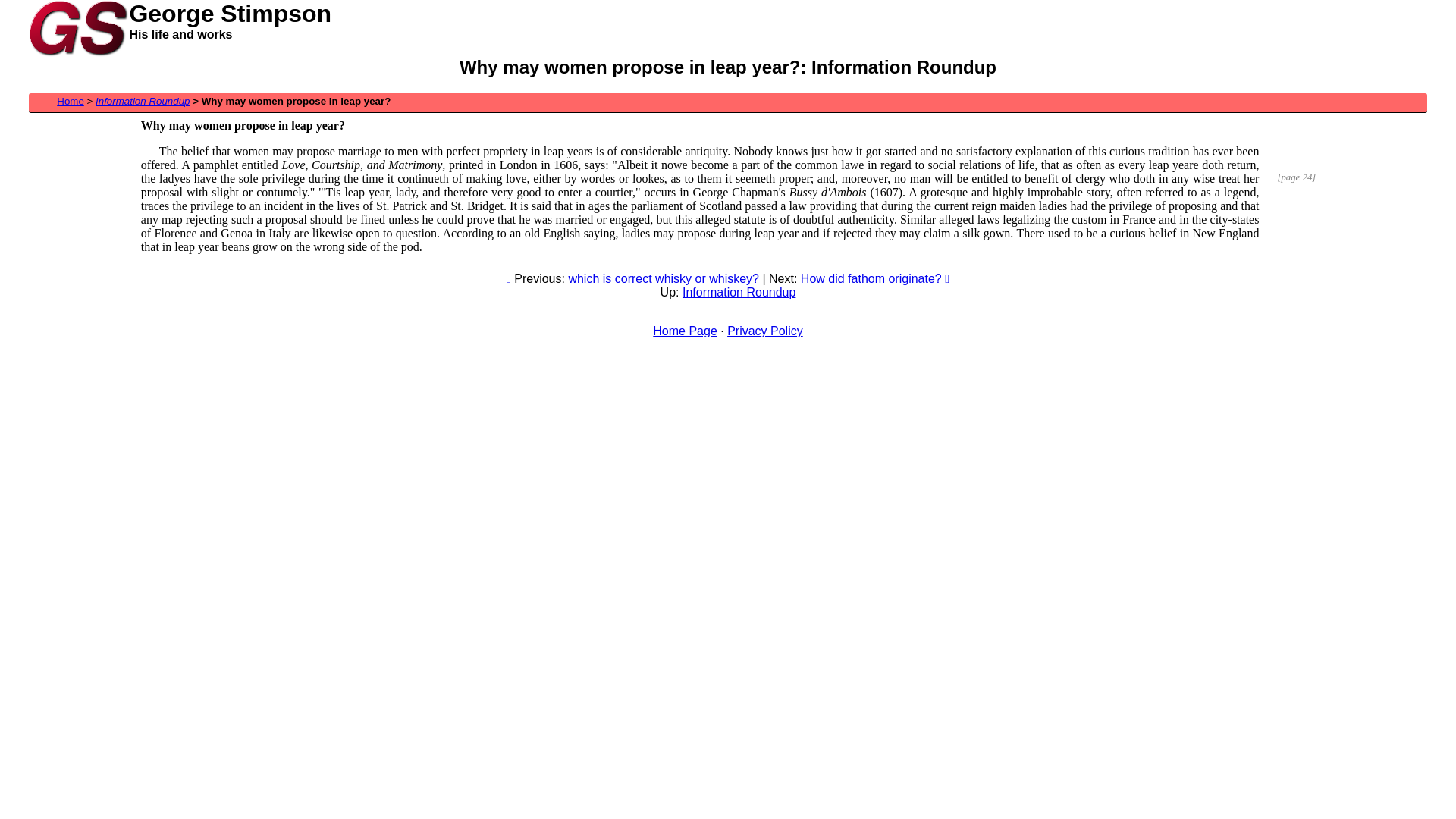 The height and width of the screenshot is (819, 1456). What do you see at coordinates (684, 330) in the screenshot?
I see `'Home Page'` at bounding box center [684, 330].